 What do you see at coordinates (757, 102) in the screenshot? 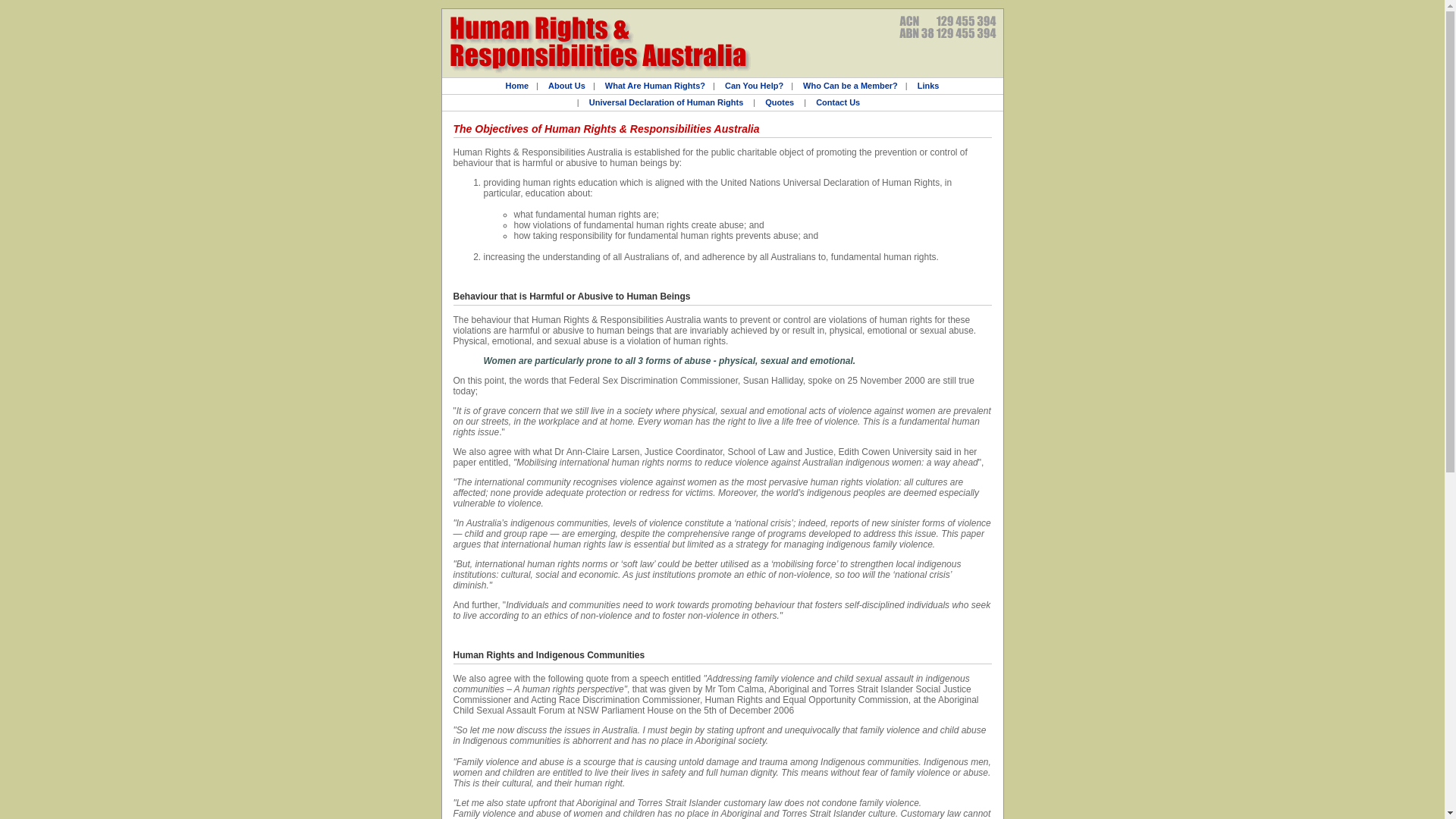
I see `'Quotes'` at bounding box center [757, 102].